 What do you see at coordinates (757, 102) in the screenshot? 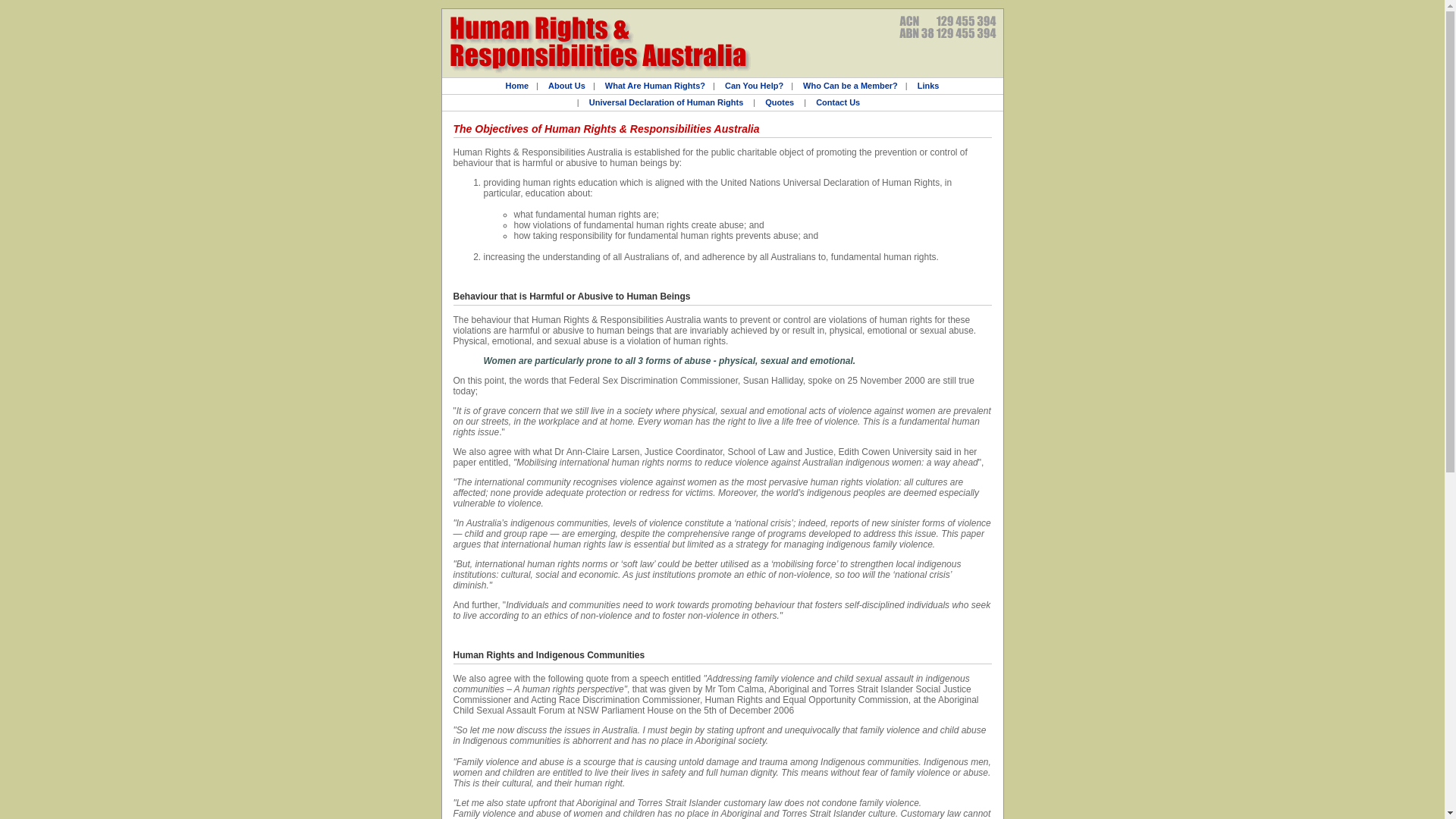
I see `'Quotes'` at bounding box center [757, 102].